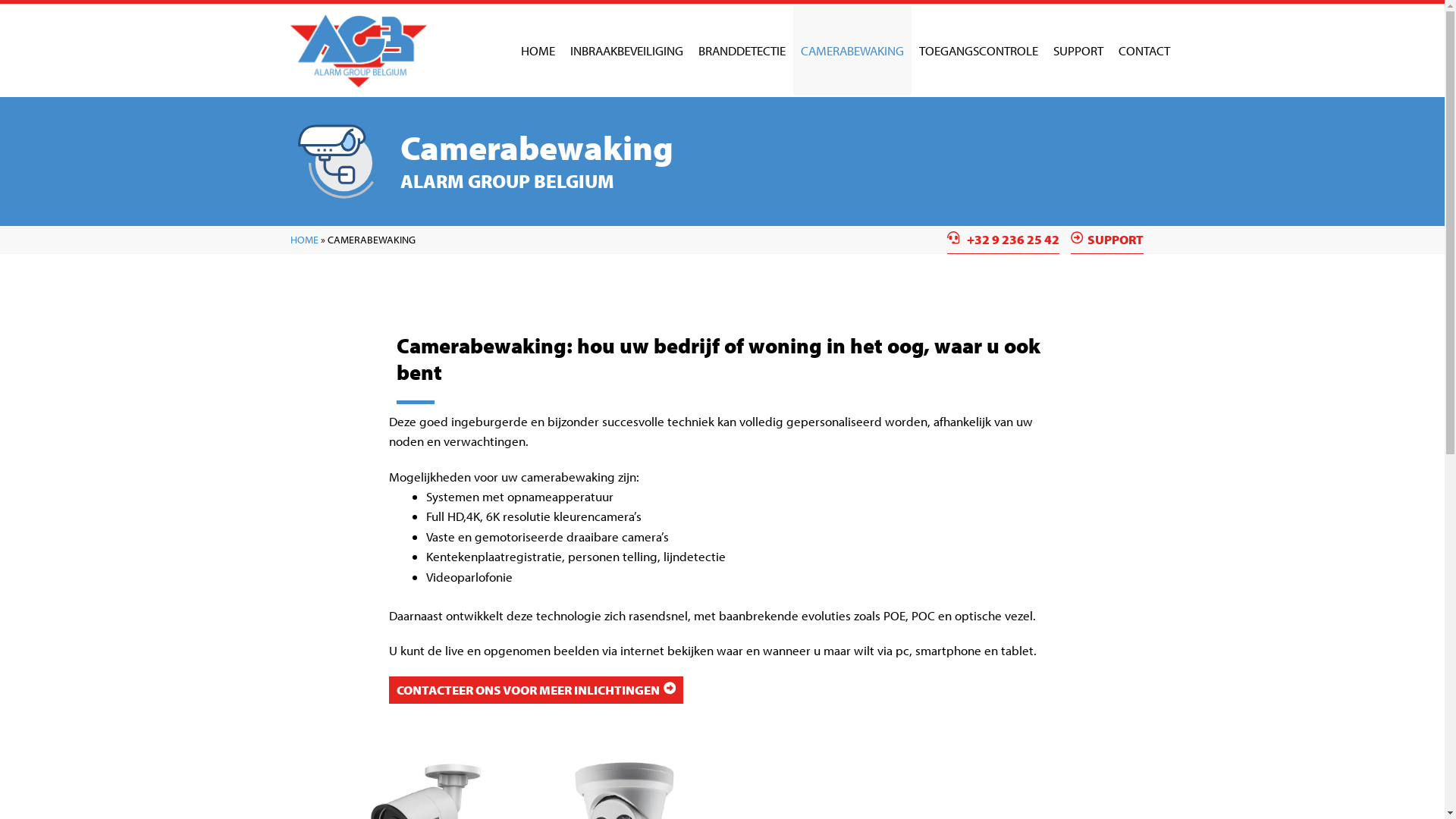  I want to click on 'BRANDDETECTIE', so click(741, 49).